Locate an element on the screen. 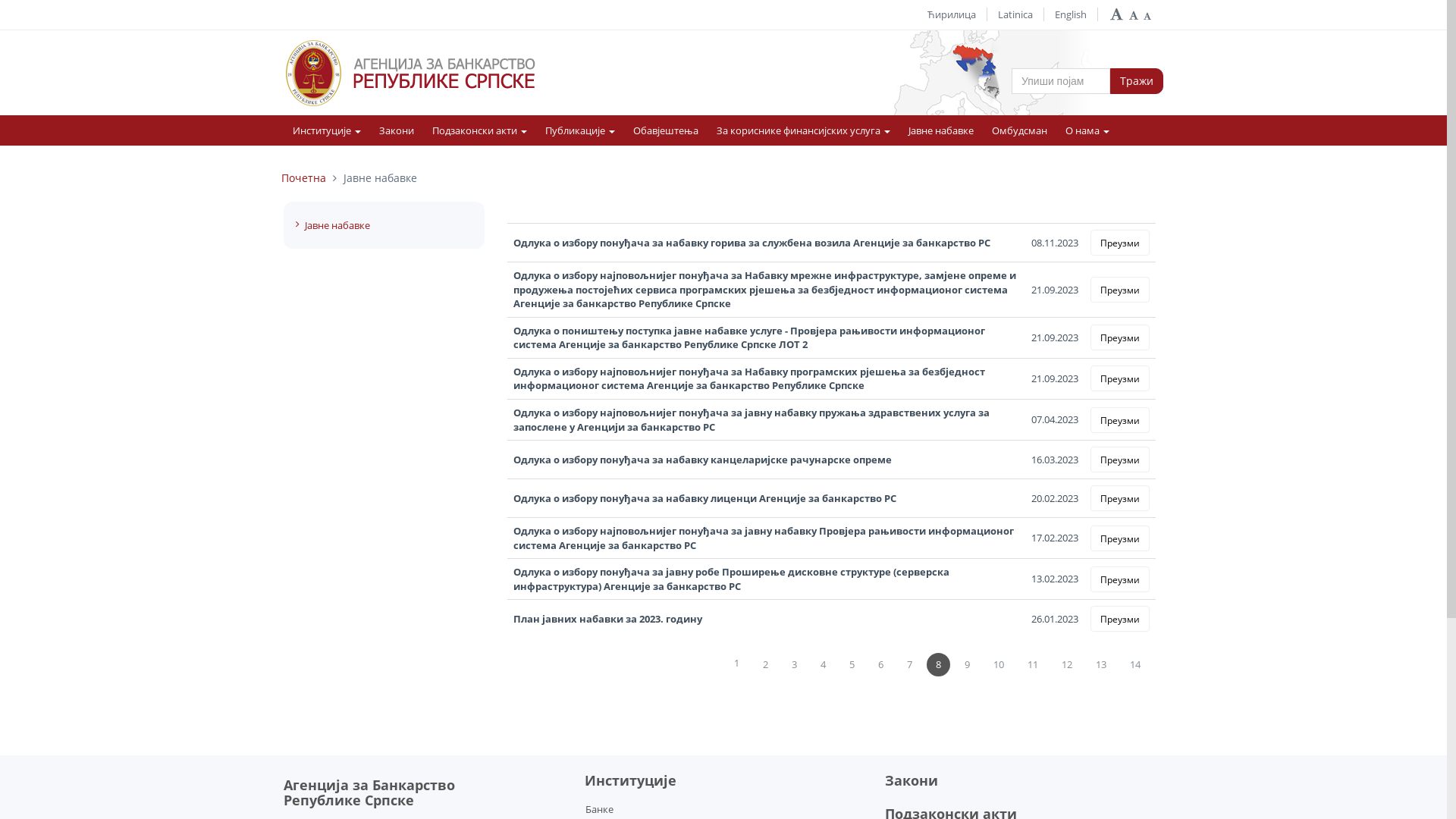 The width and height of the screenshot is (1456, 819). '2' is located at coordinates (753, 664).